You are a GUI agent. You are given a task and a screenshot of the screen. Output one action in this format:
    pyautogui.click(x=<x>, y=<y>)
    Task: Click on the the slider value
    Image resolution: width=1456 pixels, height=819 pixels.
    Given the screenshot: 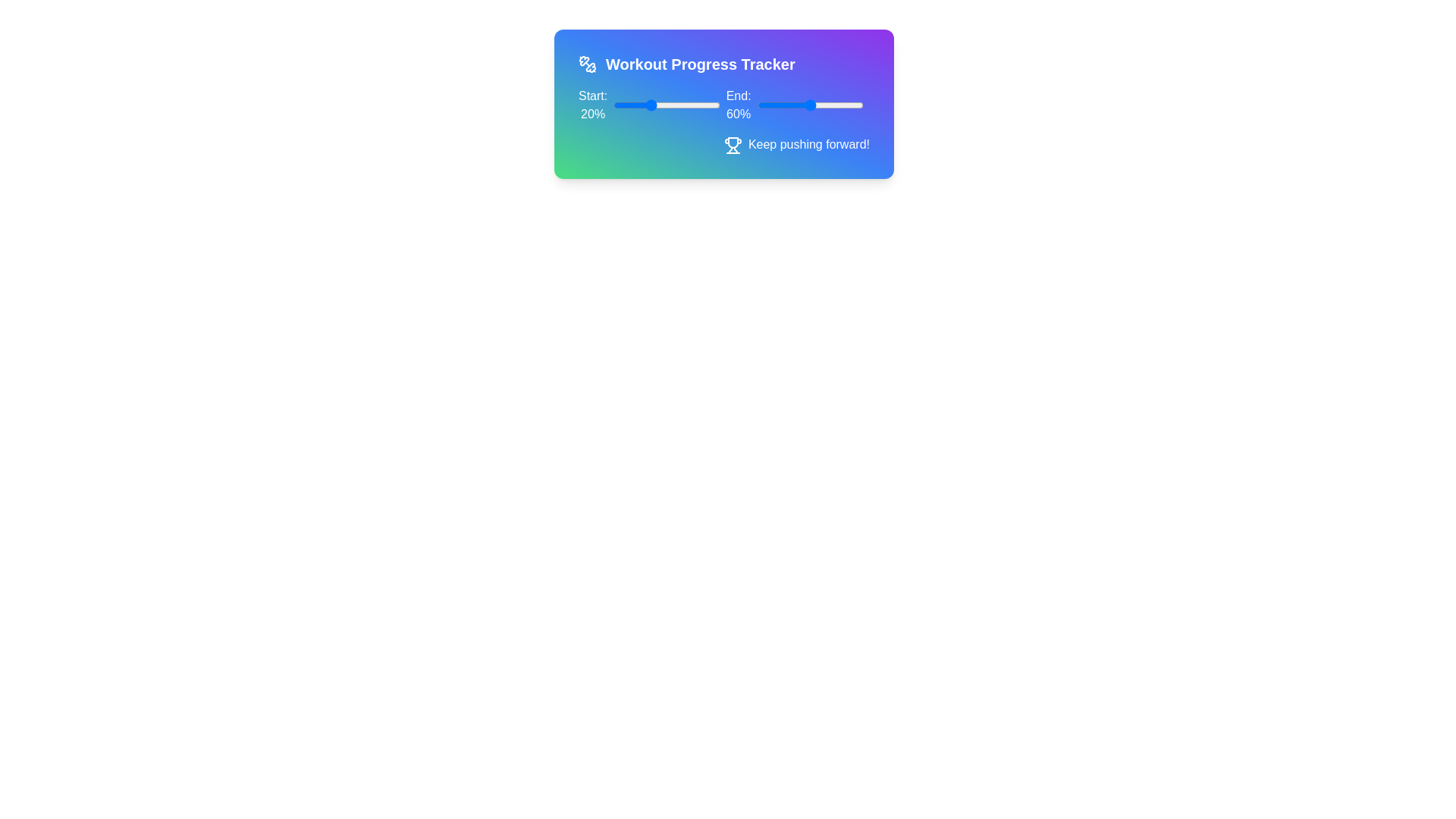 What is the action you would take?
    pyautogui.click(x=712, y=104)
    